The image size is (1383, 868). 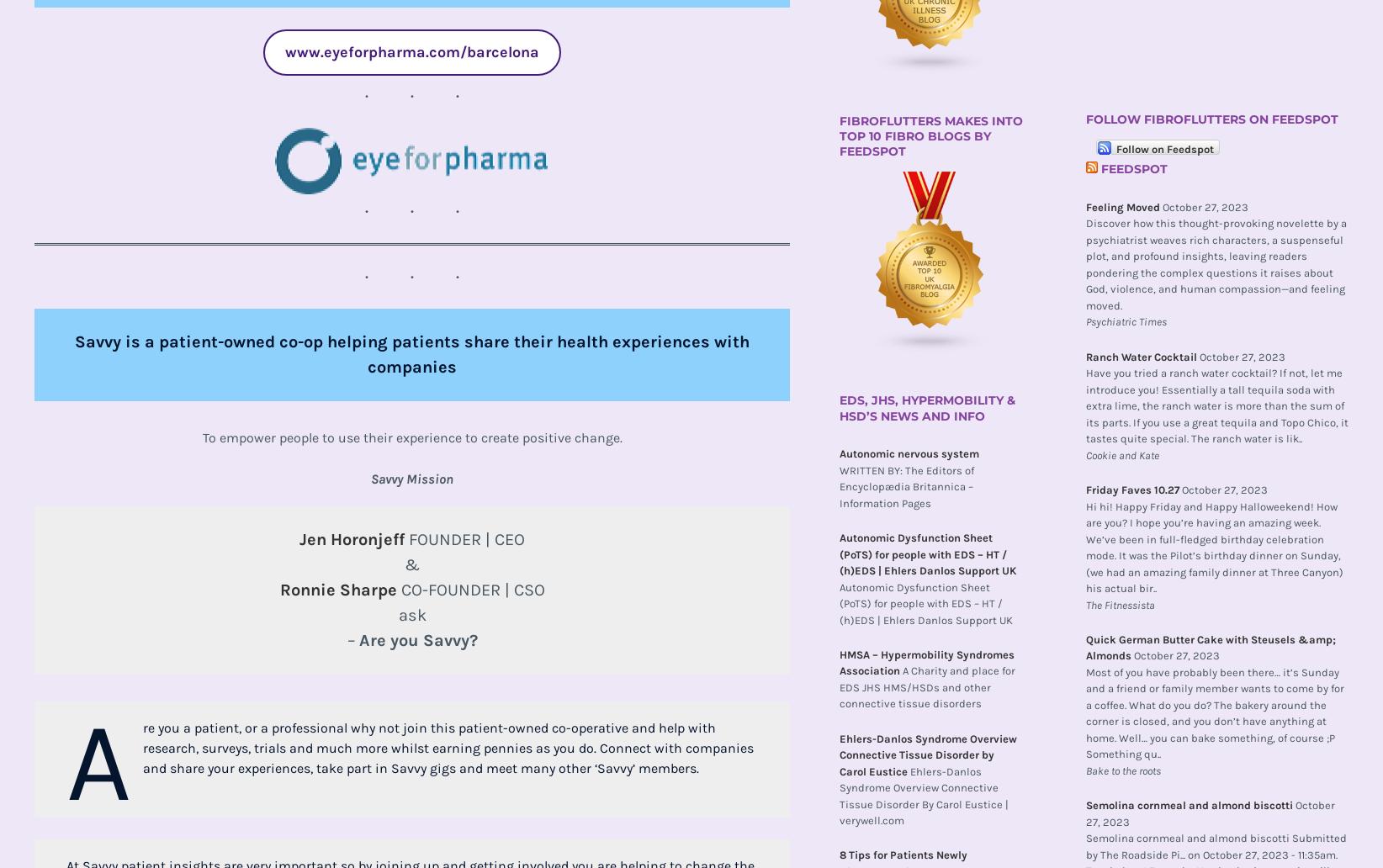 I want to click on 'Quick German Butter Cake with Steusels &amp;
Almonds', so click(x=1209, y=646).